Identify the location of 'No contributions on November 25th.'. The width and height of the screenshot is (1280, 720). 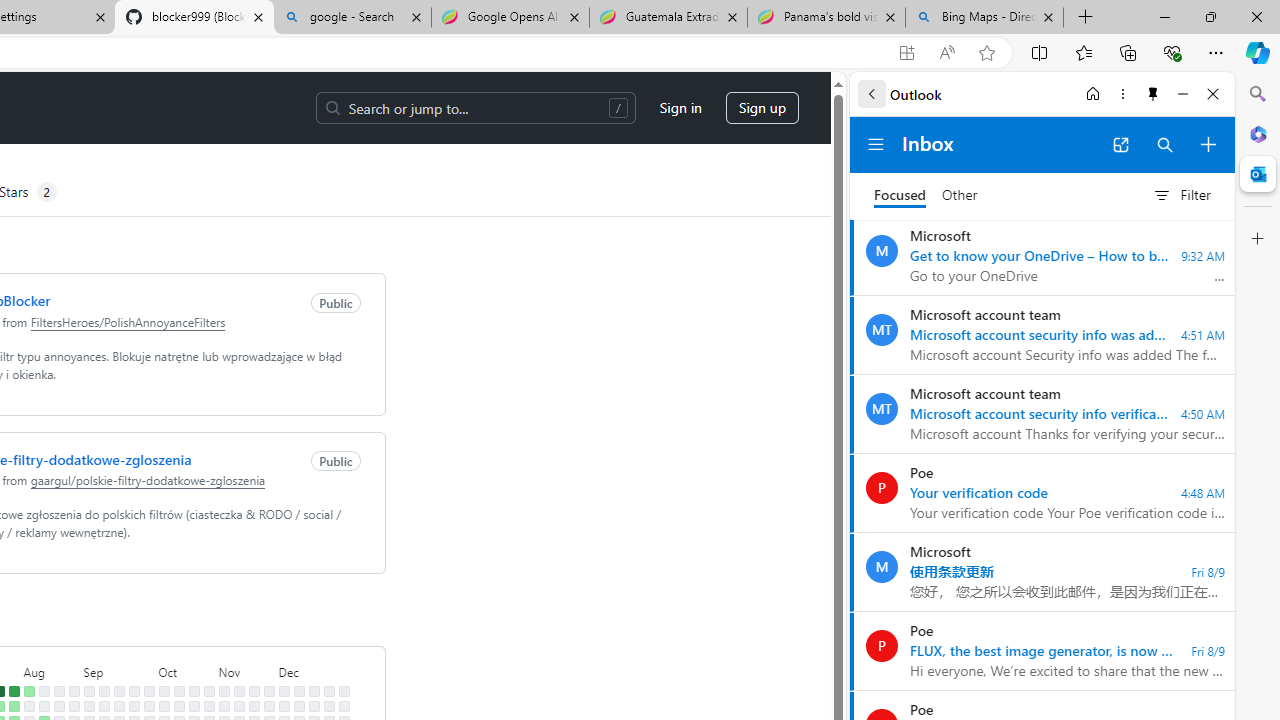
(267, 705).